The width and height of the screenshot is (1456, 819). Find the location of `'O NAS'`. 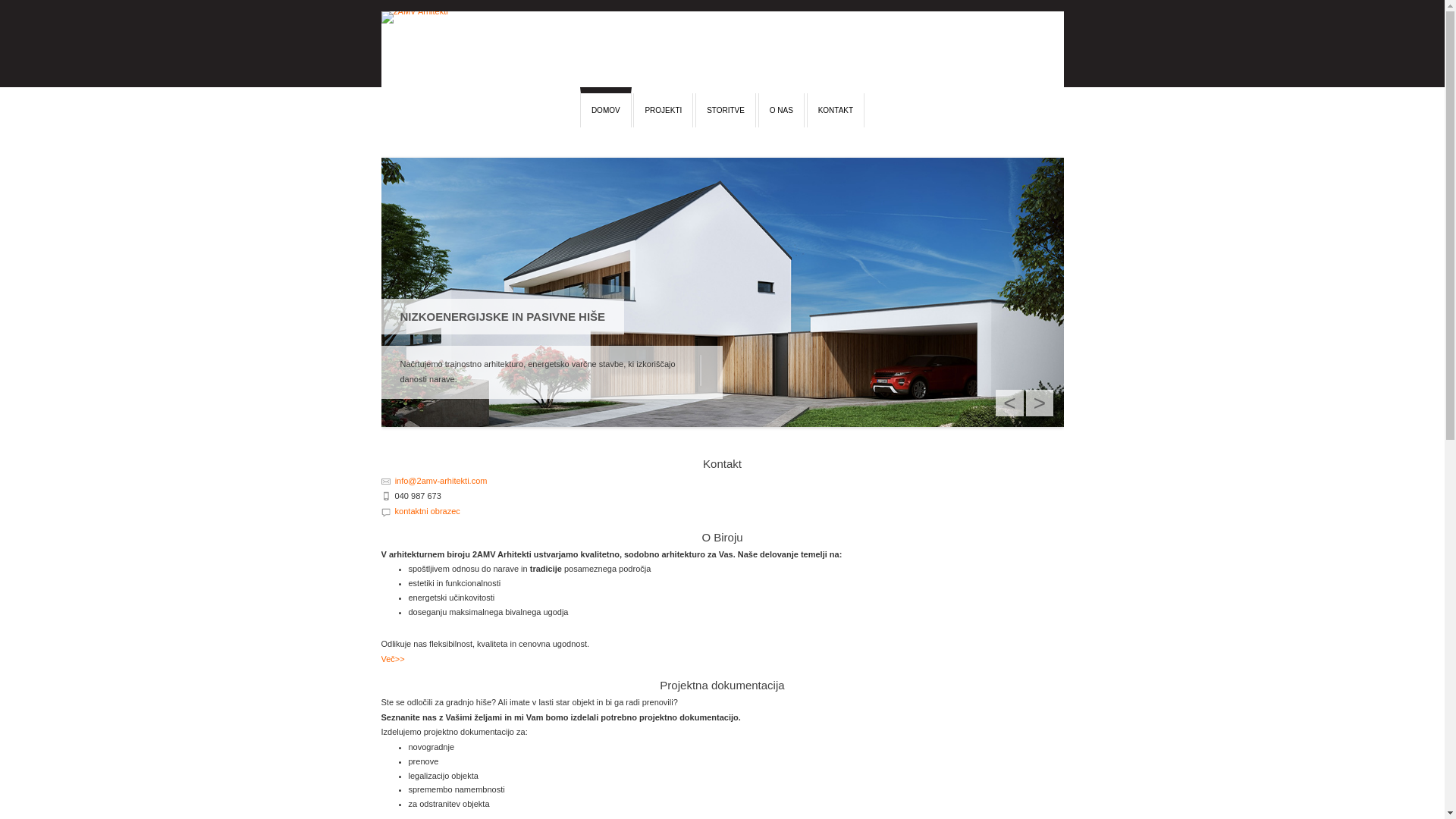

'O NAS' is located at coordinates (781, 109).